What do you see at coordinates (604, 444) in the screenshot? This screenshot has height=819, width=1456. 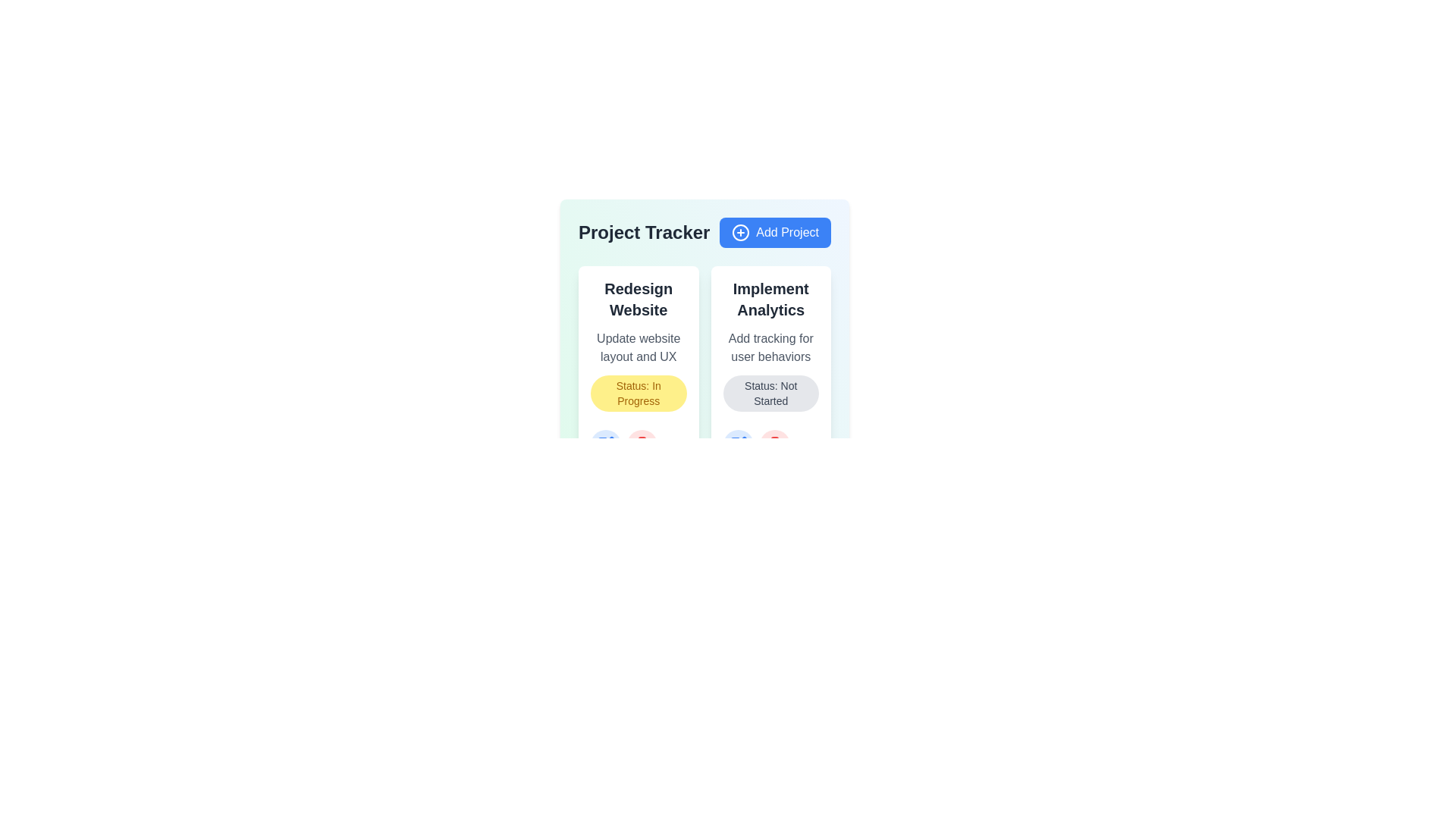 I see `edit button for the project titled 'Redesign Website'` at bounding box center [604, 444].